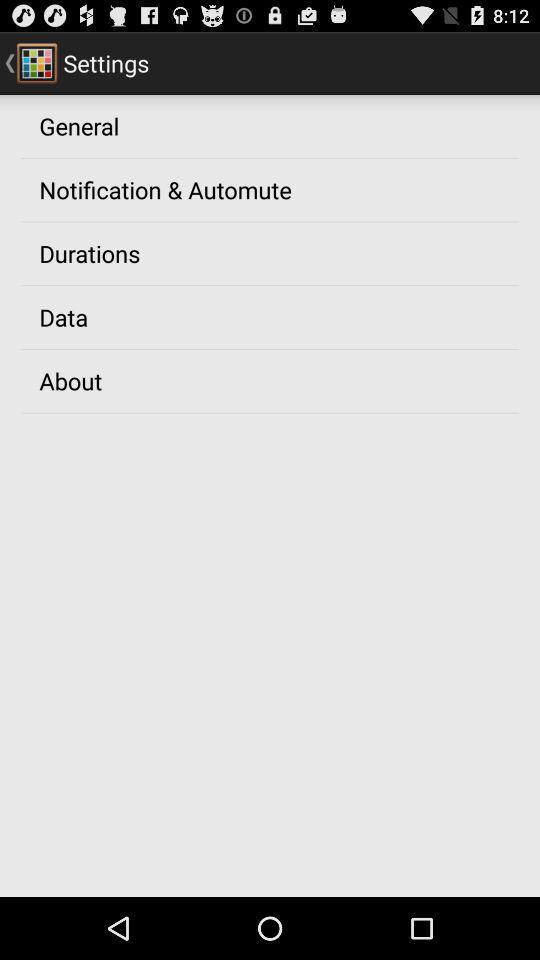 The height and width of the screenshot is (960, 540). I want to click on the item above the data icon, so click(88, 252).